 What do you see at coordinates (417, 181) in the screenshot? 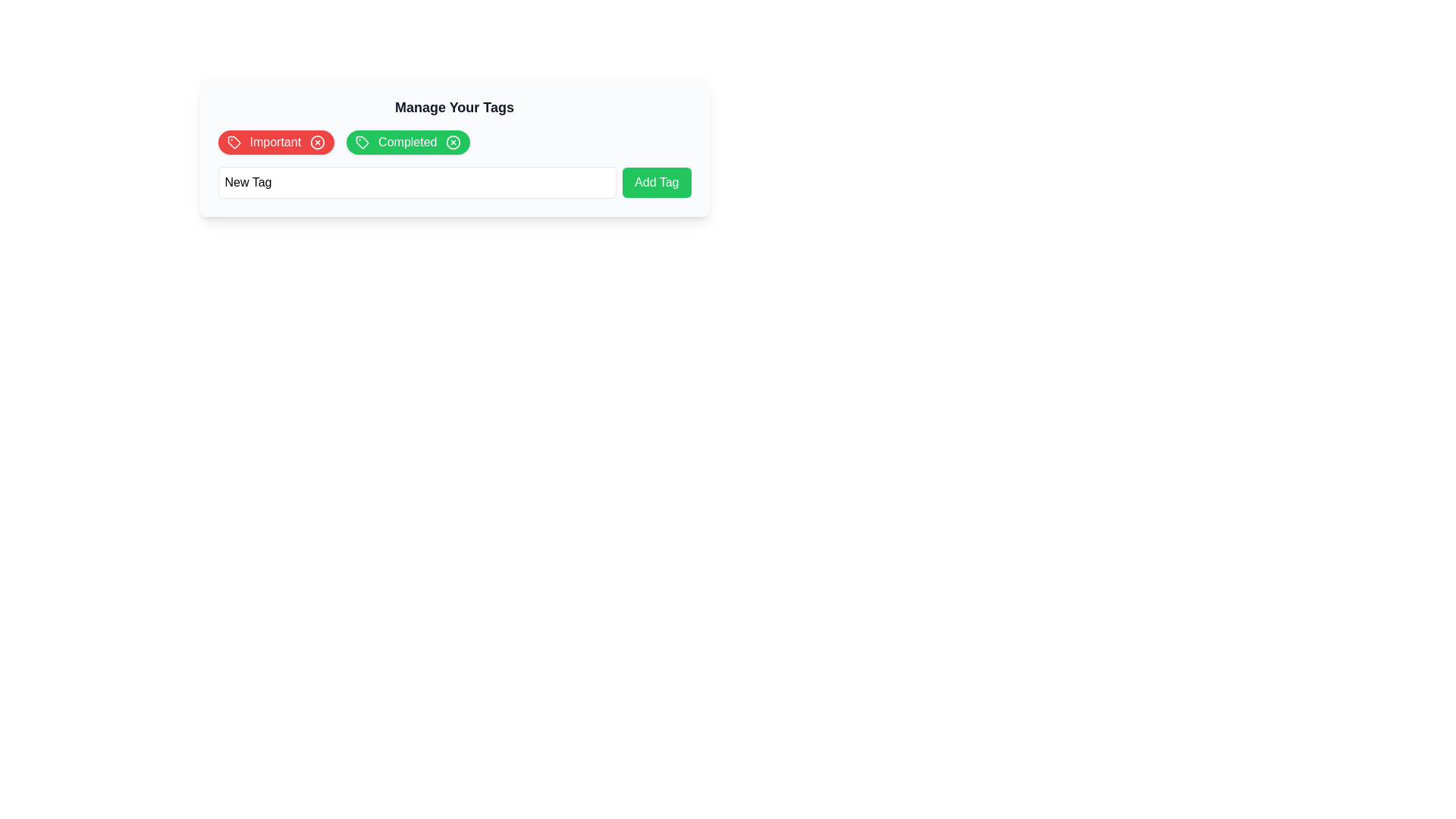
I see `the input field and type the new tag name` at bounding box center [417, 181].